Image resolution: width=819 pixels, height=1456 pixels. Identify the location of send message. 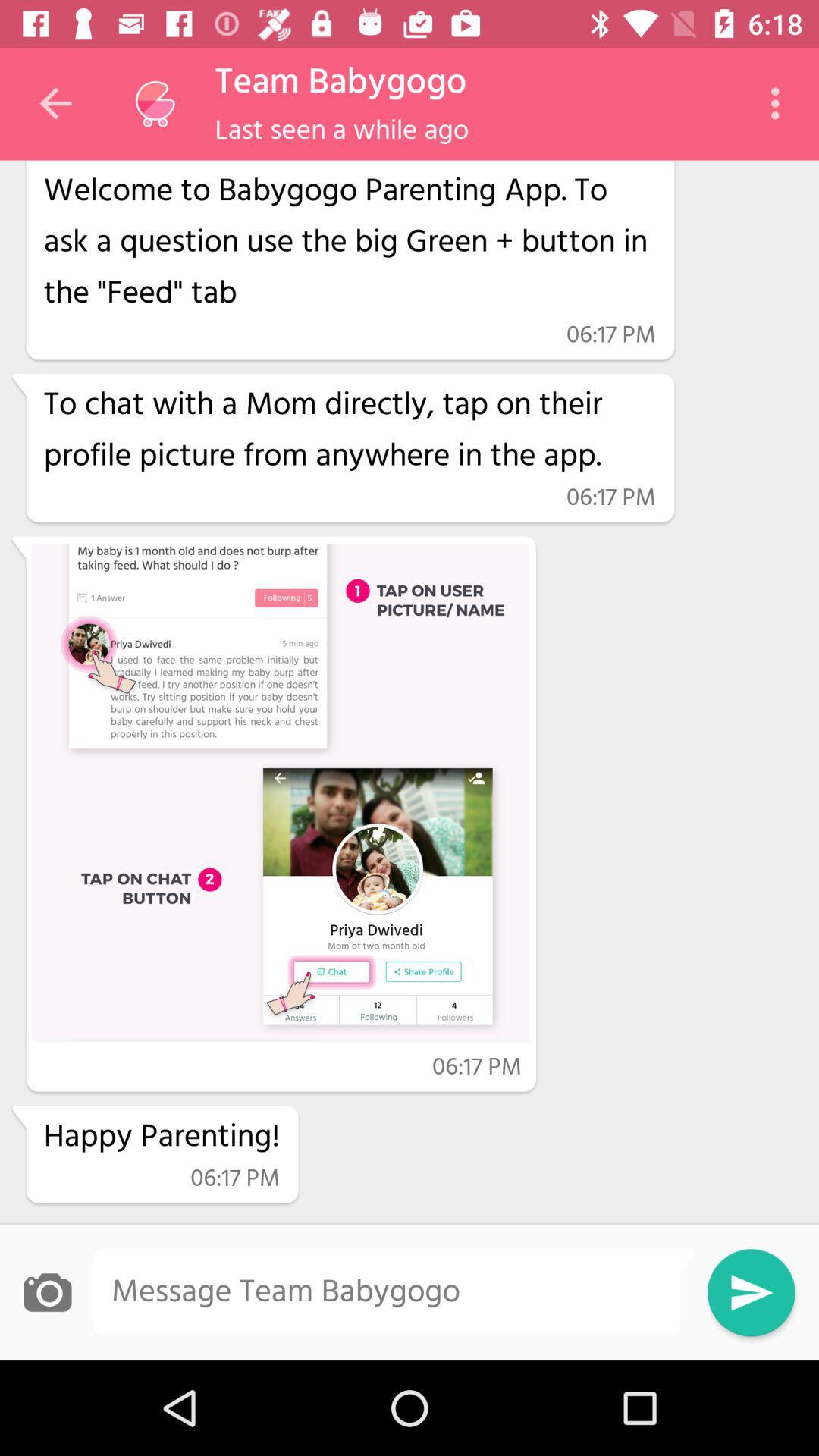
(751, 1291).